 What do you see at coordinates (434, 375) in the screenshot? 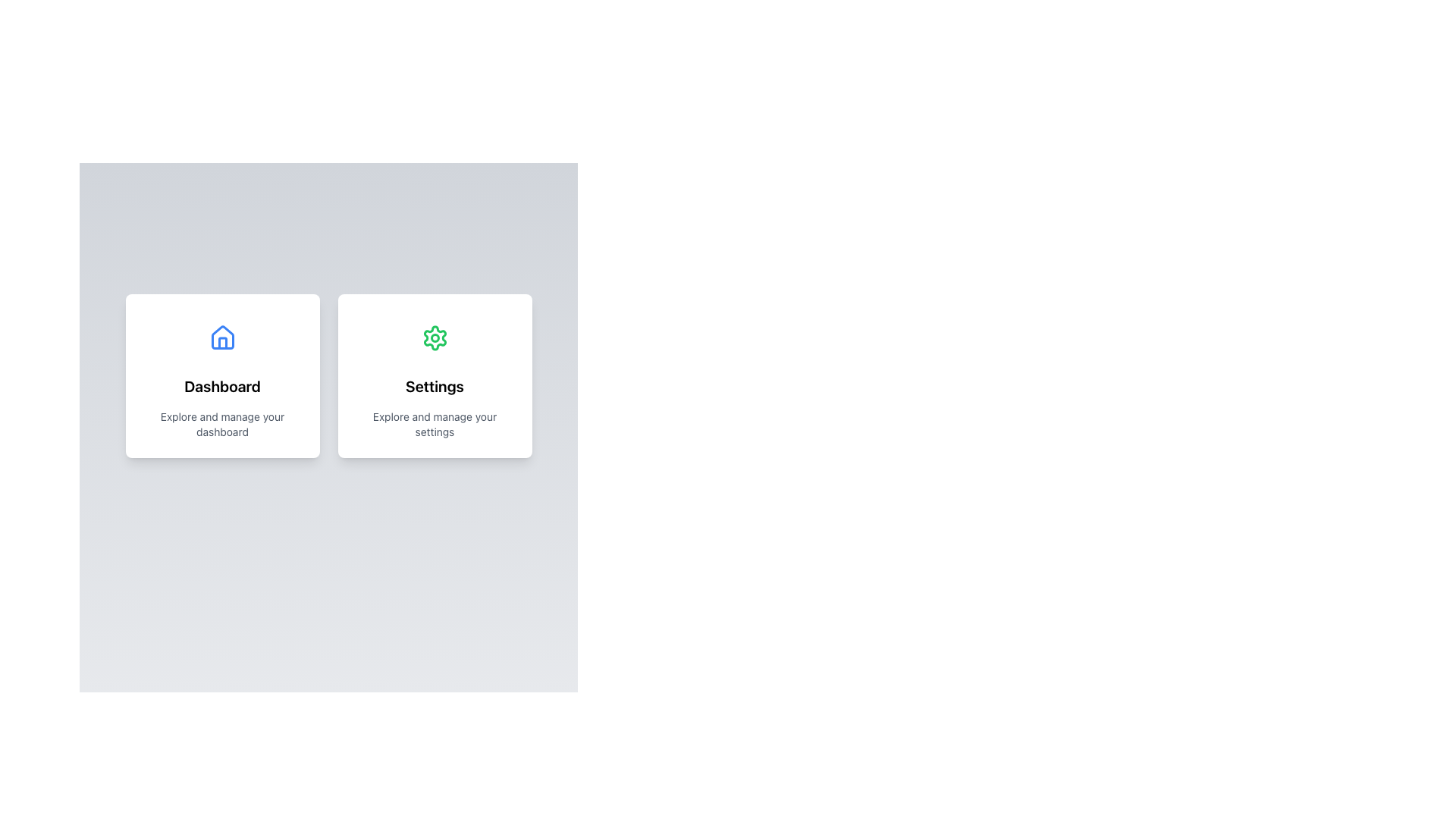
I see `the navigation card that serves as a visual indicator for settings-related functionalities, positioned as the second card in a horizontal set near the top of the interface` at bounding box center [434, 375].